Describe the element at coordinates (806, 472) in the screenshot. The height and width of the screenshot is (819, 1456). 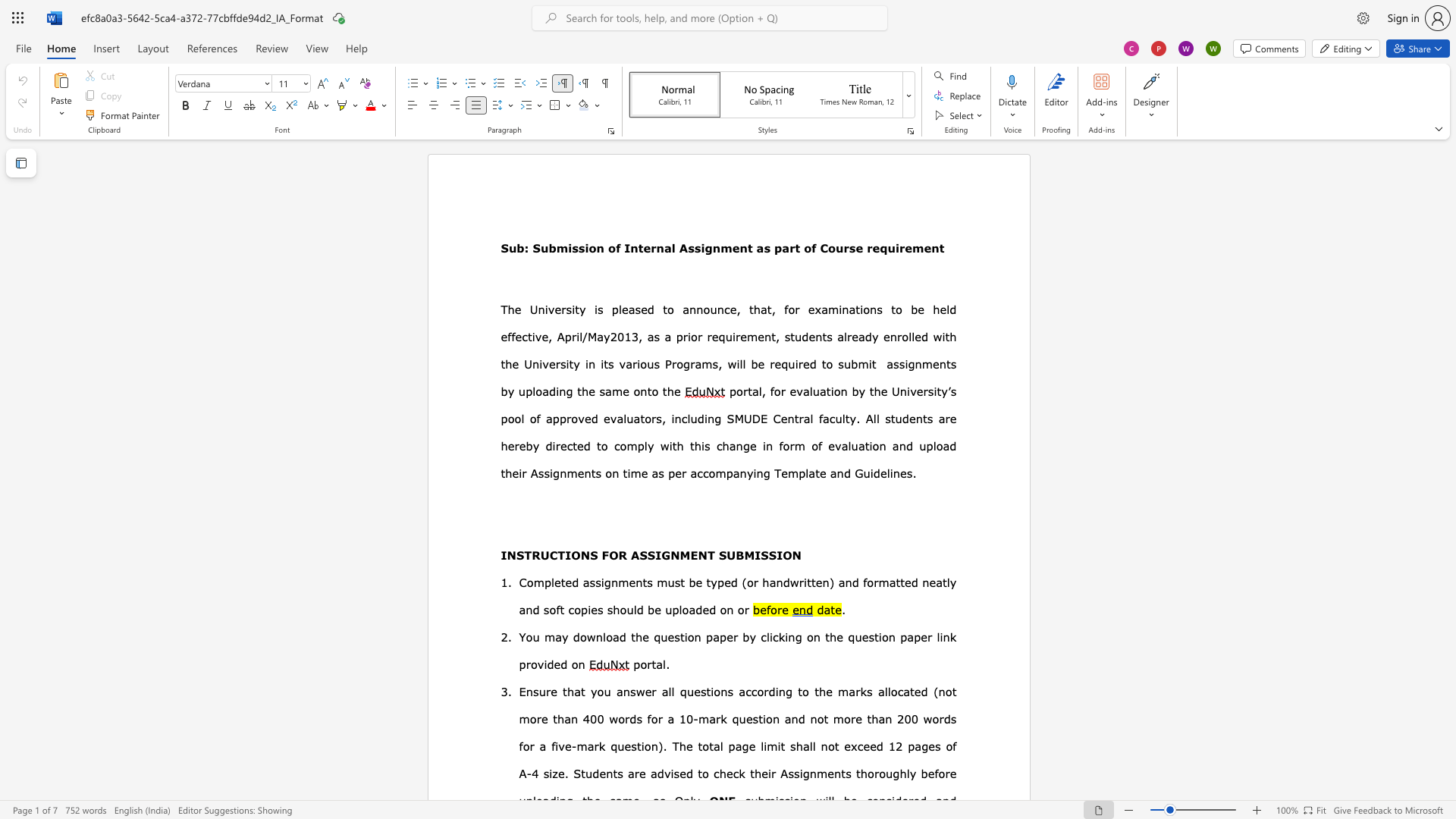
I see `the 1th character "l" in the text` at that location.